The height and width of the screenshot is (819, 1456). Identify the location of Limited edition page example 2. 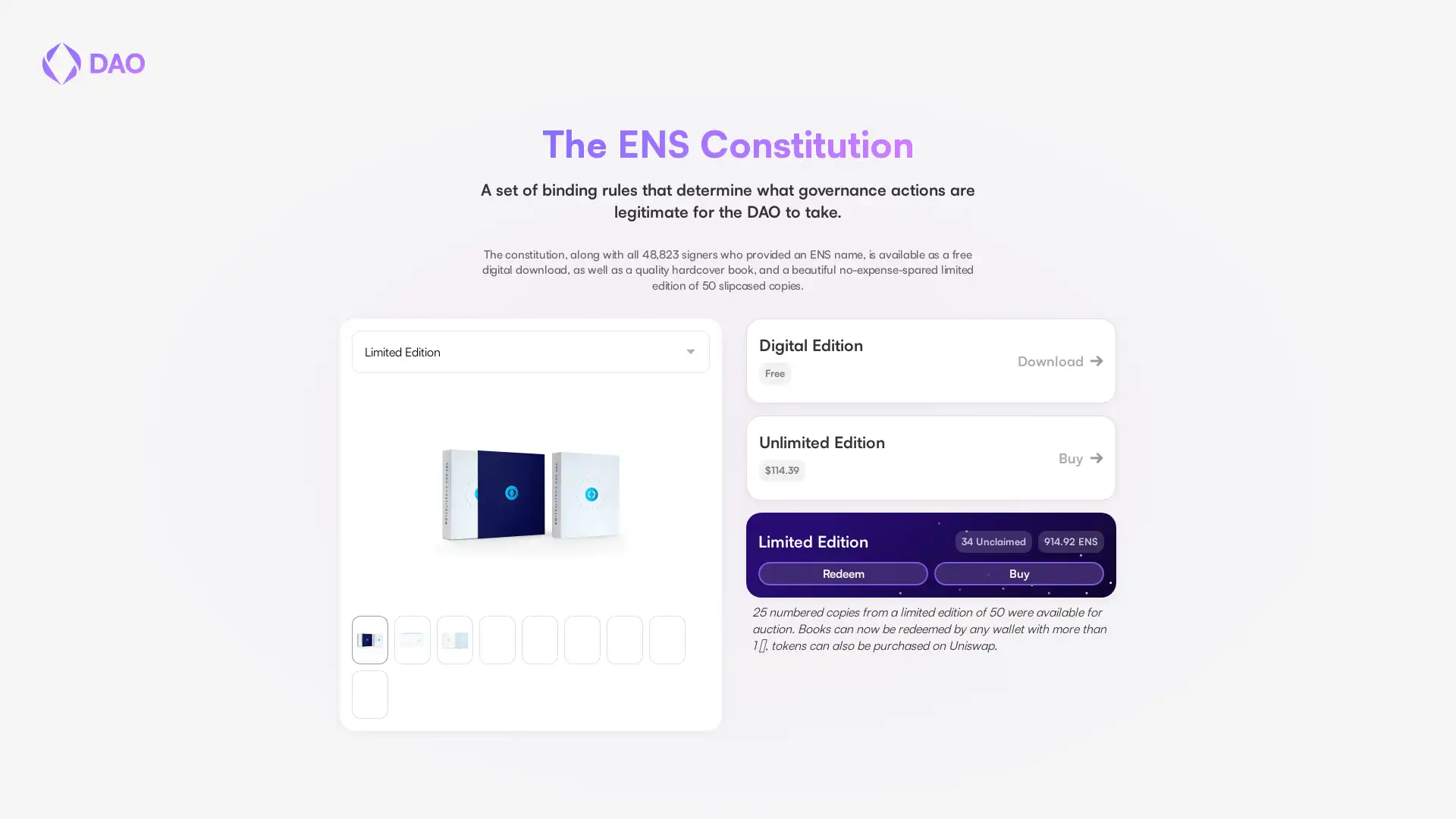
(497, 639).